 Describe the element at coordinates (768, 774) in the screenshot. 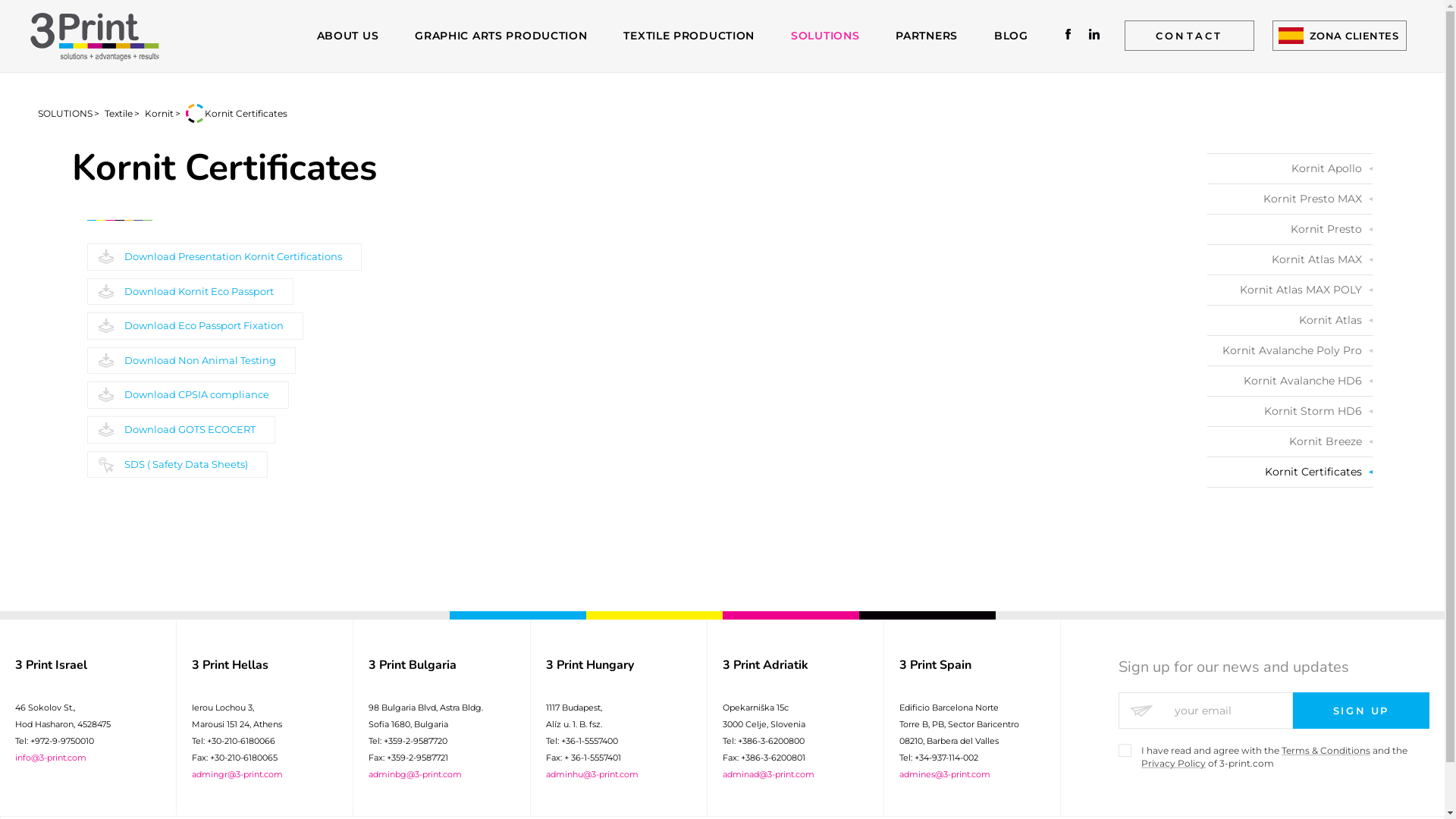

I see `'adminad@3-print.com'` at that location.